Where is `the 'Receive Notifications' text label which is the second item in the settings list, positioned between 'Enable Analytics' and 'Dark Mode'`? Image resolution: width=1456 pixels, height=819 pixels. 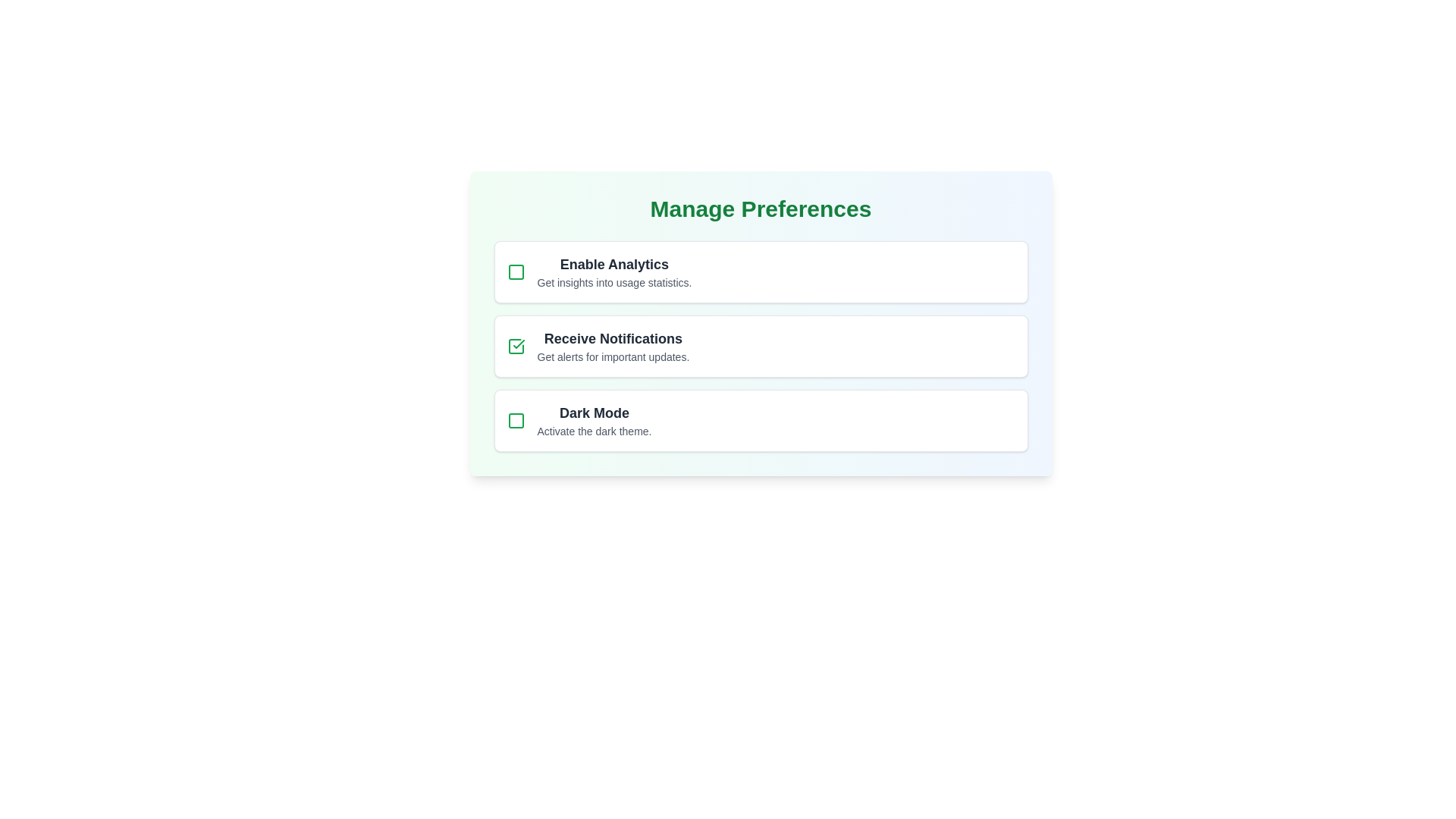
the 'Receive Notifications' text label which is the second item in the settings list, positioned between 'Enable Analytics' and 'Dark Mode' is located at coordinates (613, 346).